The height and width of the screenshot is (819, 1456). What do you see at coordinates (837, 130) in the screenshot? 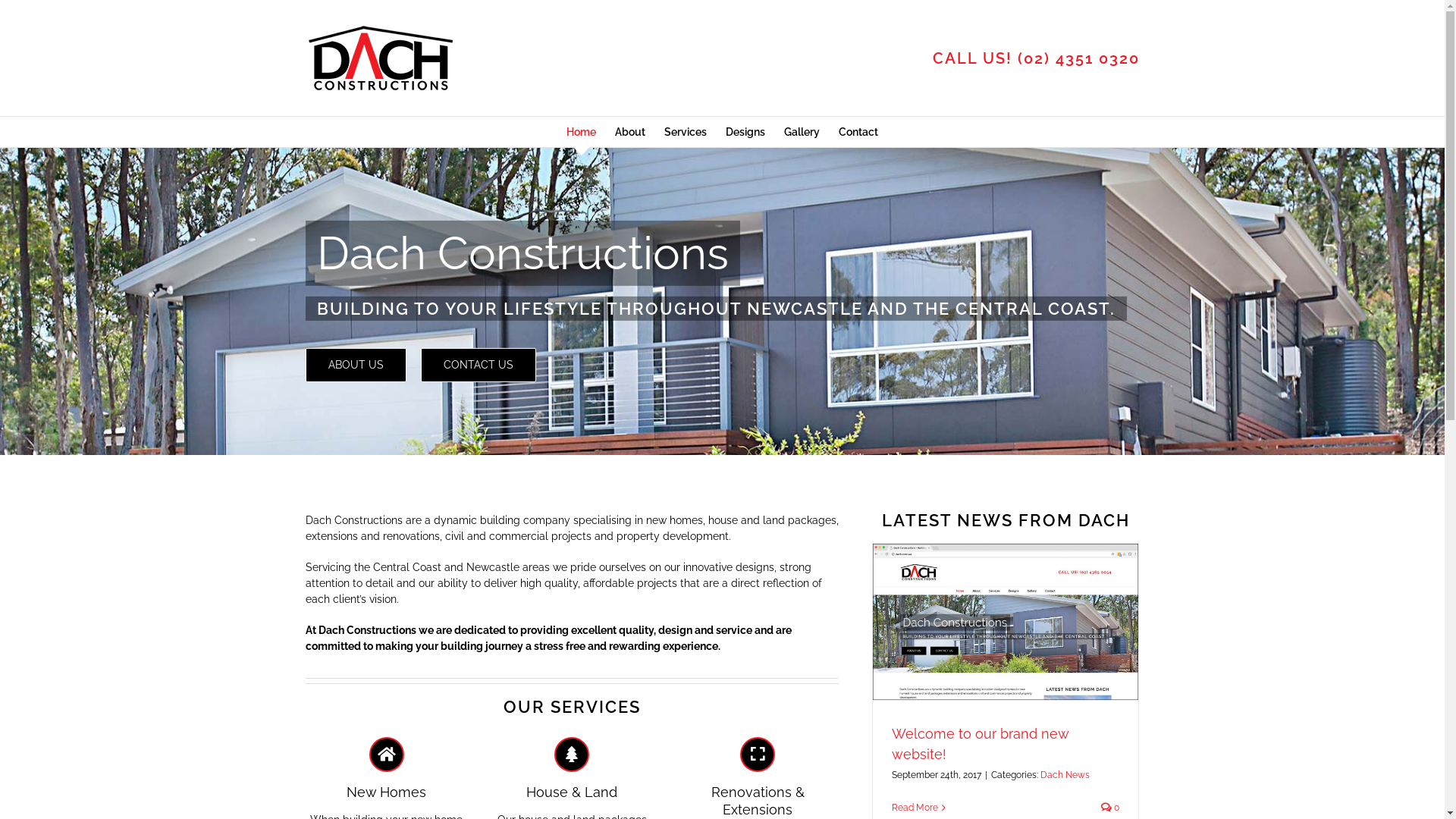
I see `'Contact'` at bounding box center [837, 130].